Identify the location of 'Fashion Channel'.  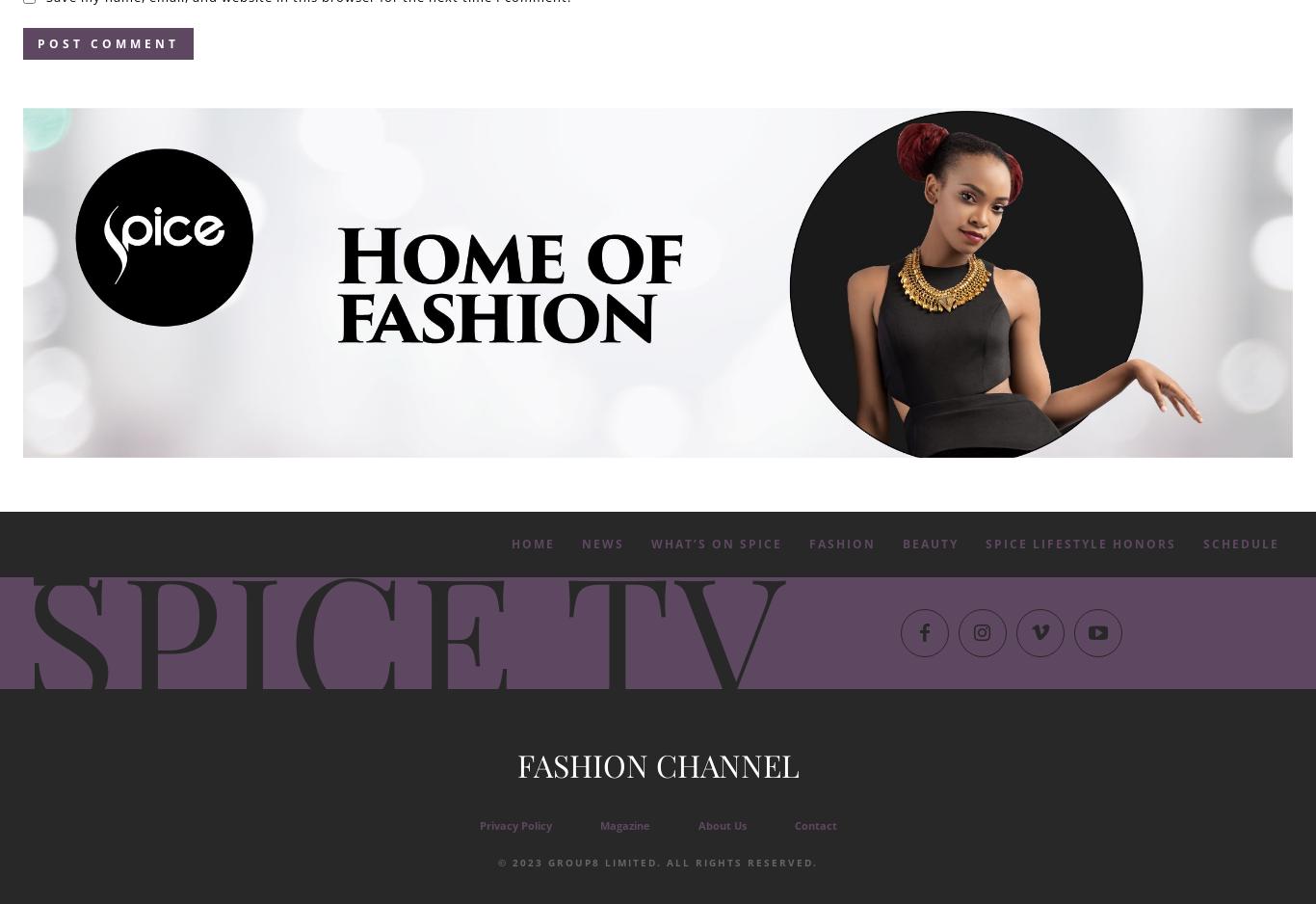
(656, 762).